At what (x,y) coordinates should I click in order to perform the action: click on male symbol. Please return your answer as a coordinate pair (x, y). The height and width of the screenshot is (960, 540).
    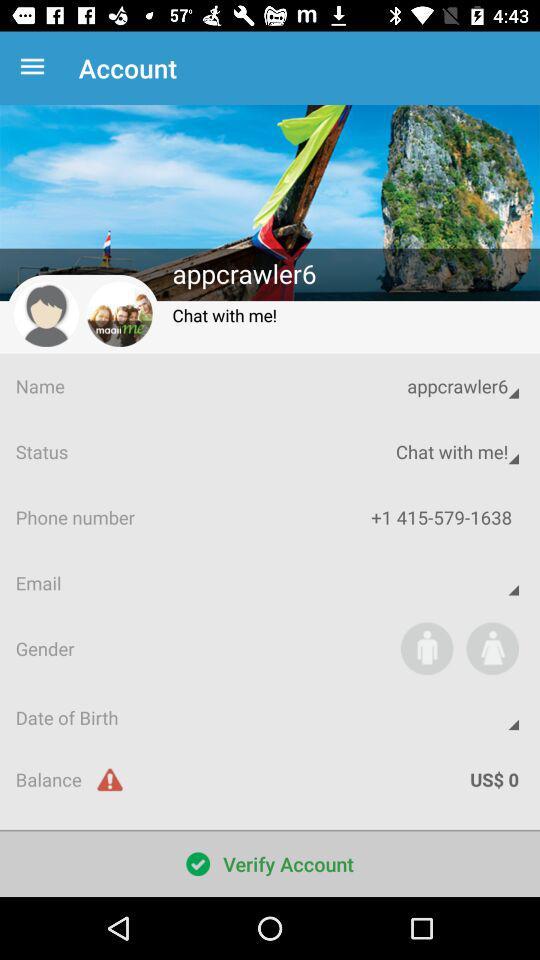
    Looking at the image, I should click on (426, 647).